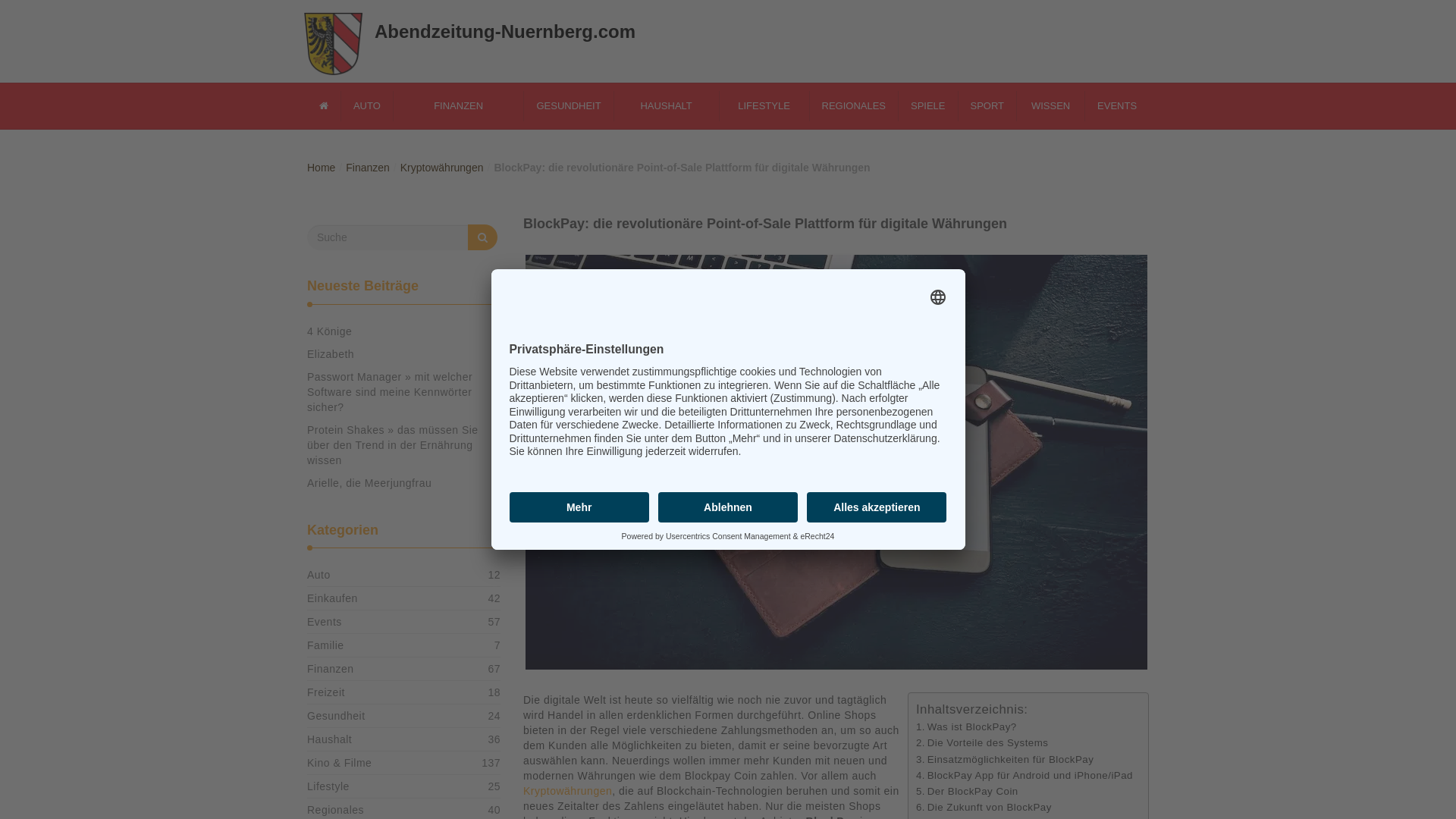  I want to click on 'AUTO', so click(359, 105).